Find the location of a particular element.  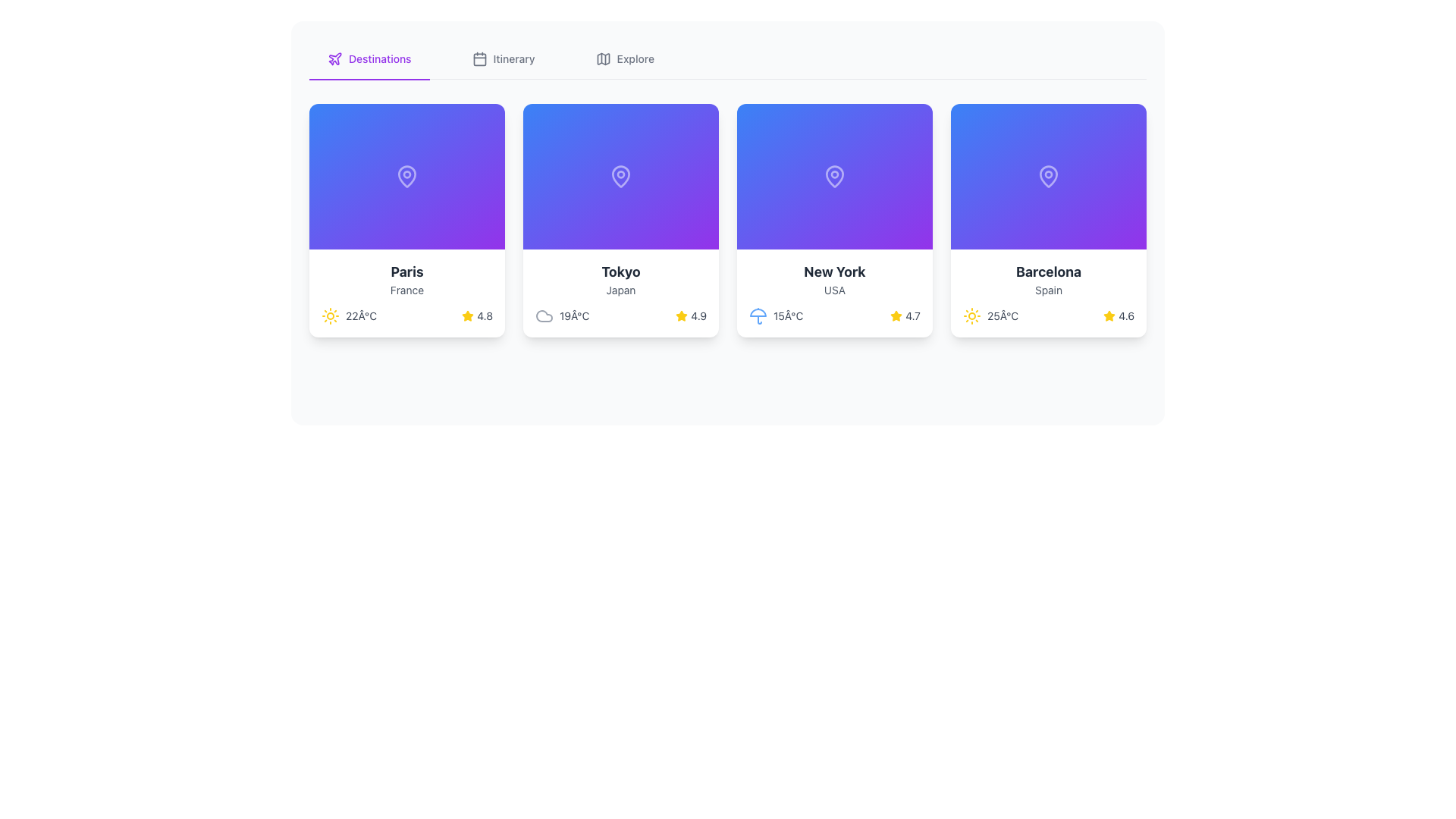

sun-shaped icon representing sunny weather conditions located in the 'Paris, France' card, positioned below the title and next to the temperature text '22°C', for metadata is located at coordinates (330, 315).